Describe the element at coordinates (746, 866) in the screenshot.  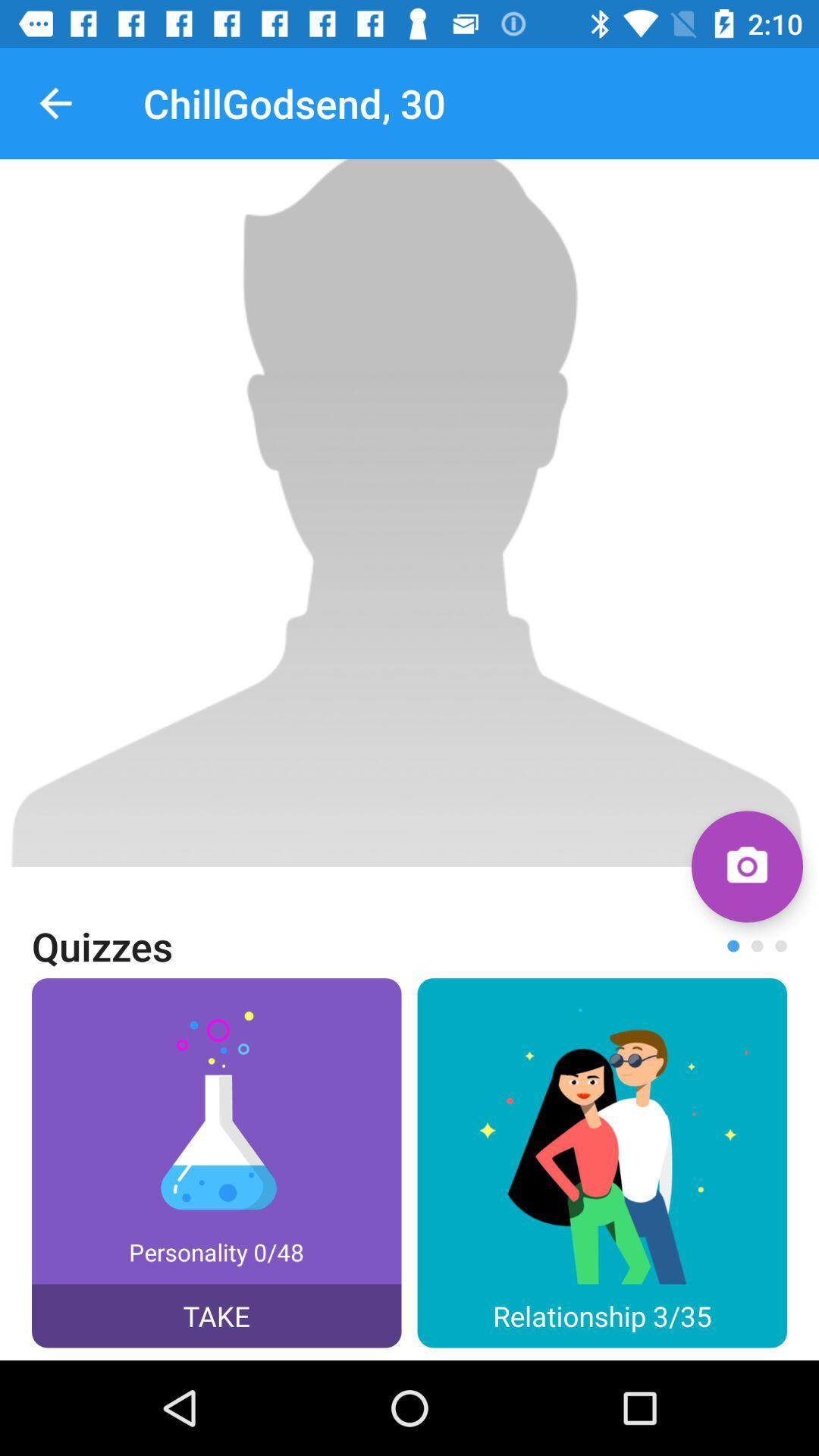
I see `the photo icon` at that location.